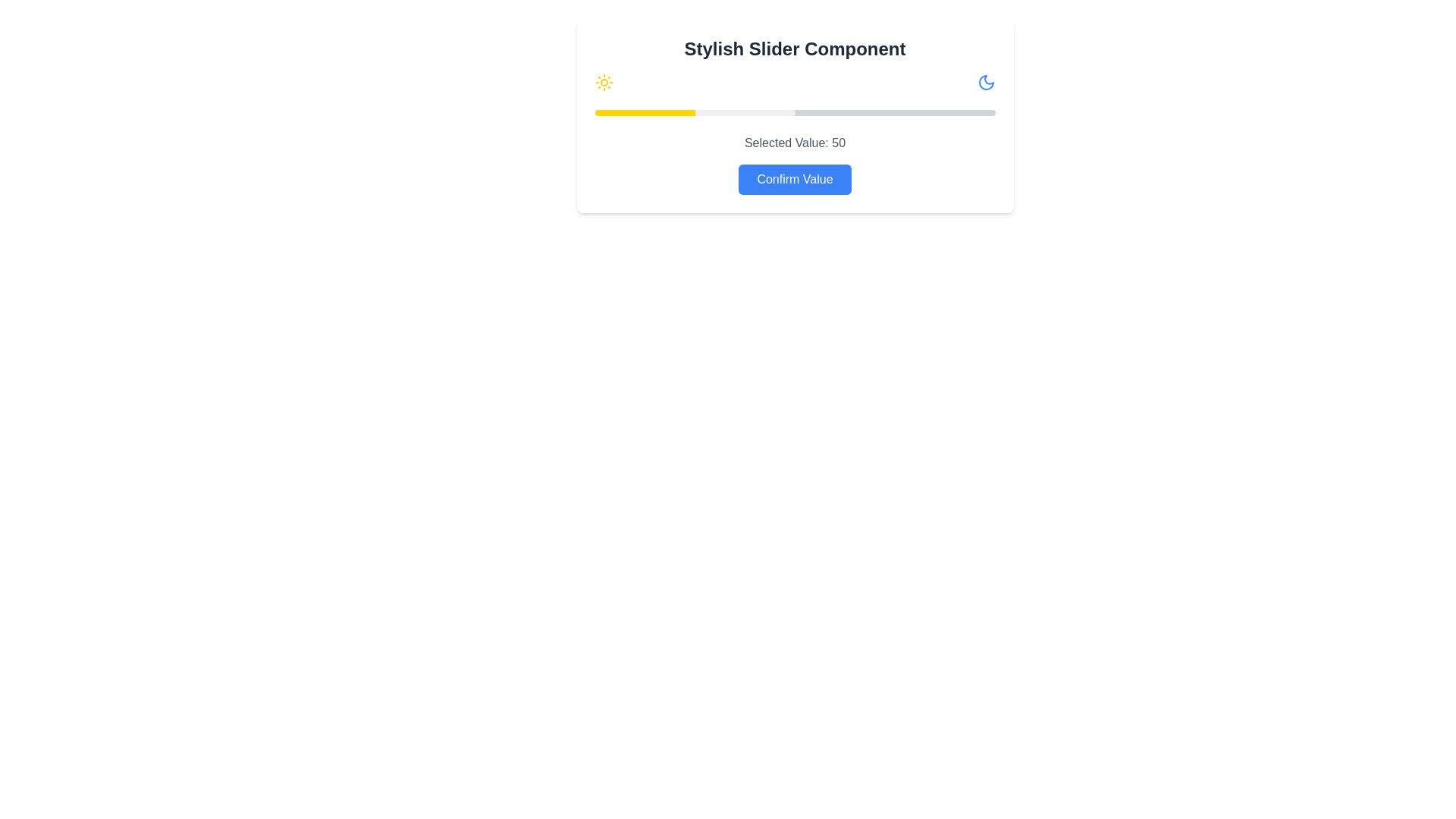  I want to click on the slider to set its value to 1, so click(598, 112).